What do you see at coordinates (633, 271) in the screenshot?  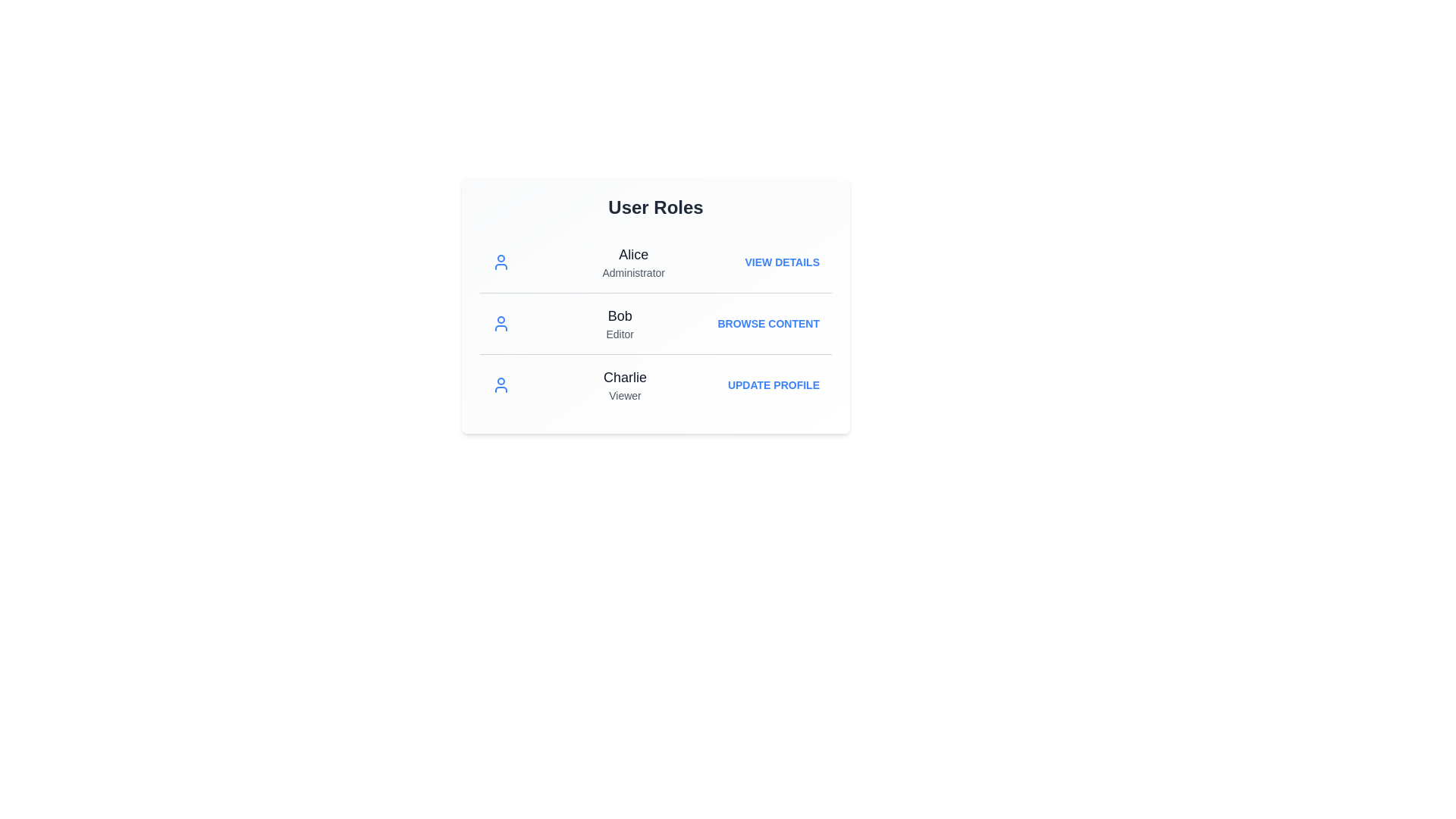 I see `the Text label indicating the role or designation of the user 'Alice' within the list of user roles, which is aligned below the text 'Alice' in the first row of user roles details` at bounding box center [633, 271].